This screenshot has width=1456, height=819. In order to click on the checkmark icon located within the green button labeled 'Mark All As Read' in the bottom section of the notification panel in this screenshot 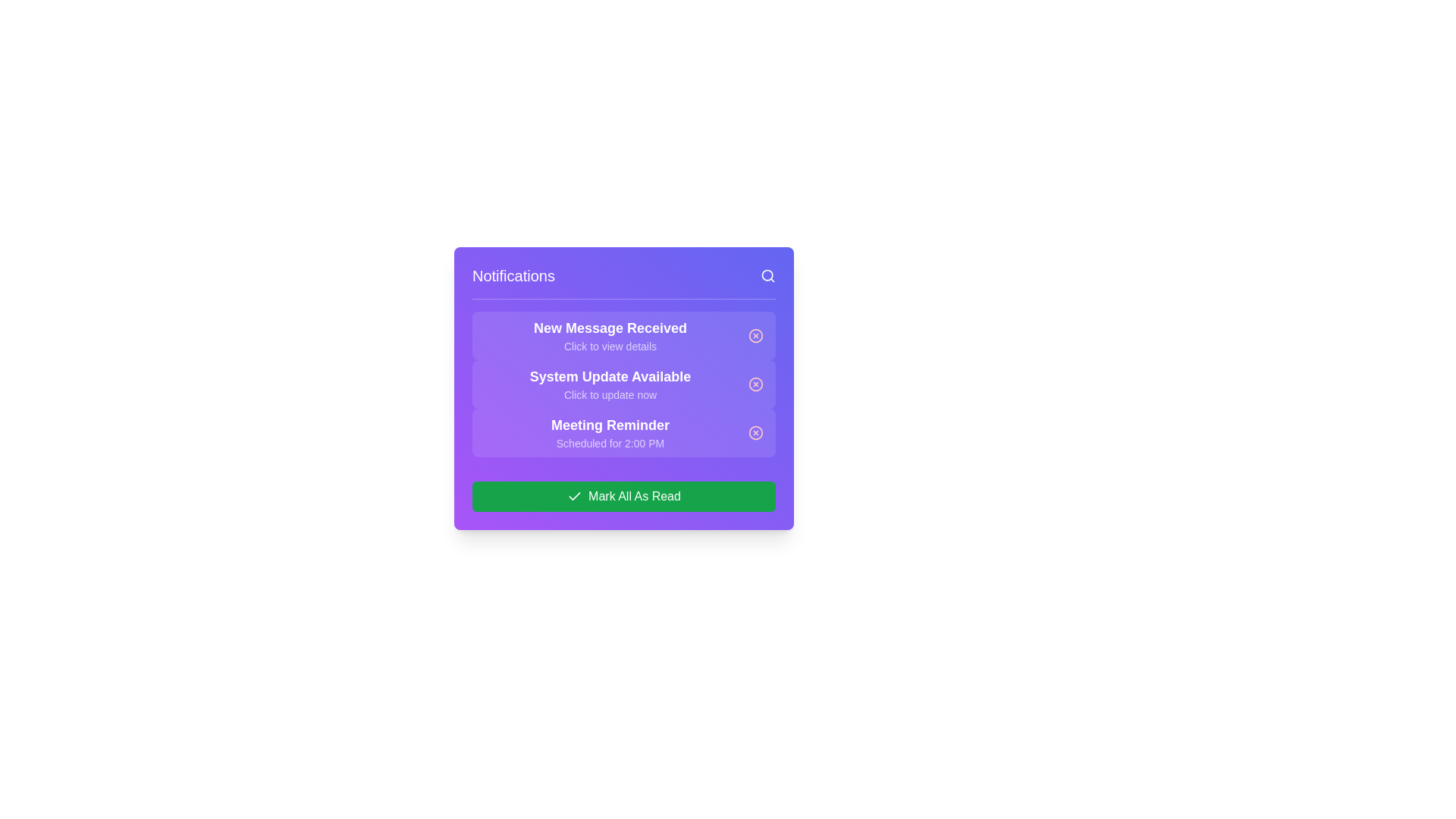, I will do `click(574, 497)`.